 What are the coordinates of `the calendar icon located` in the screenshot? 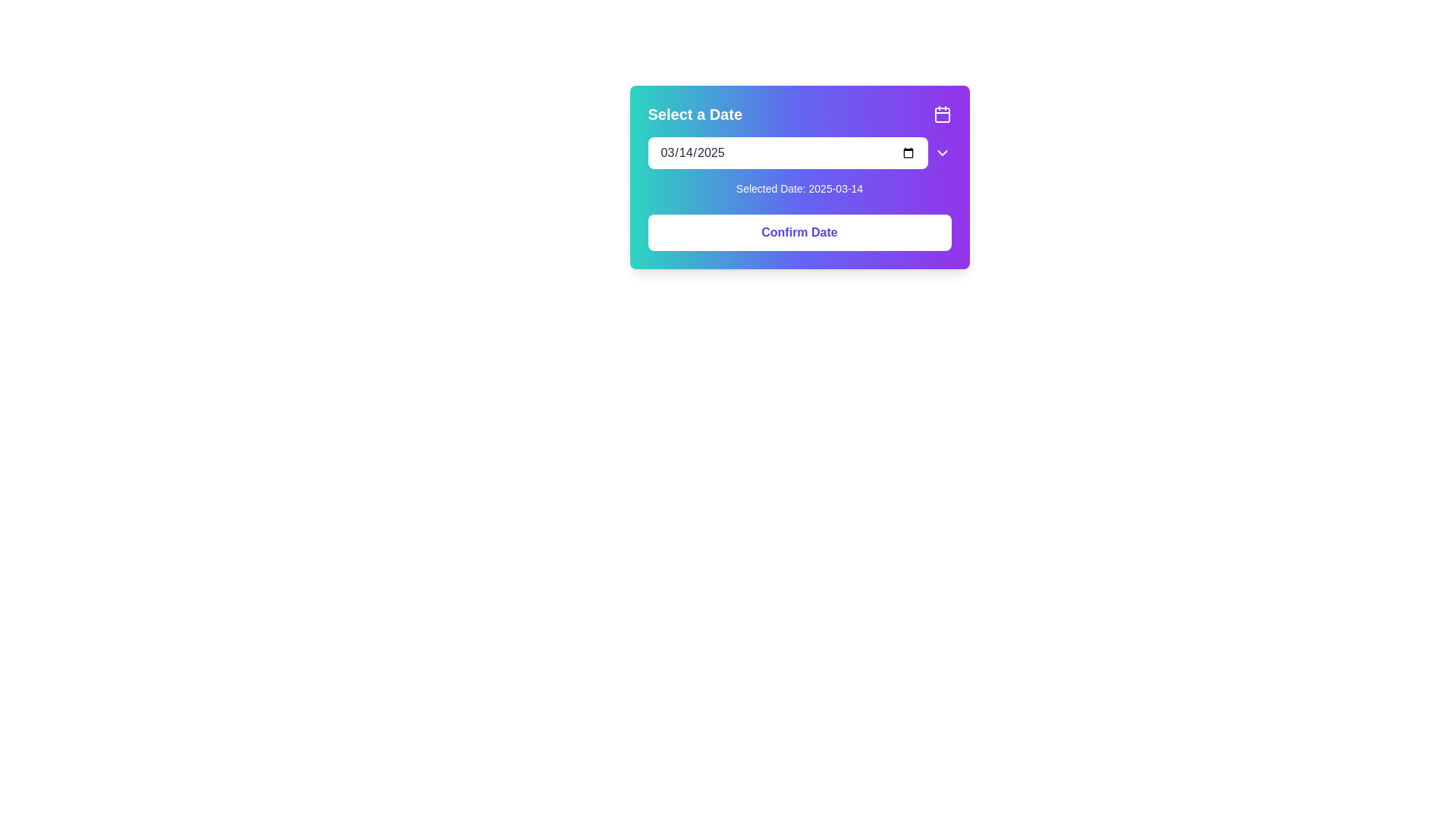 It's located at (941, 113).